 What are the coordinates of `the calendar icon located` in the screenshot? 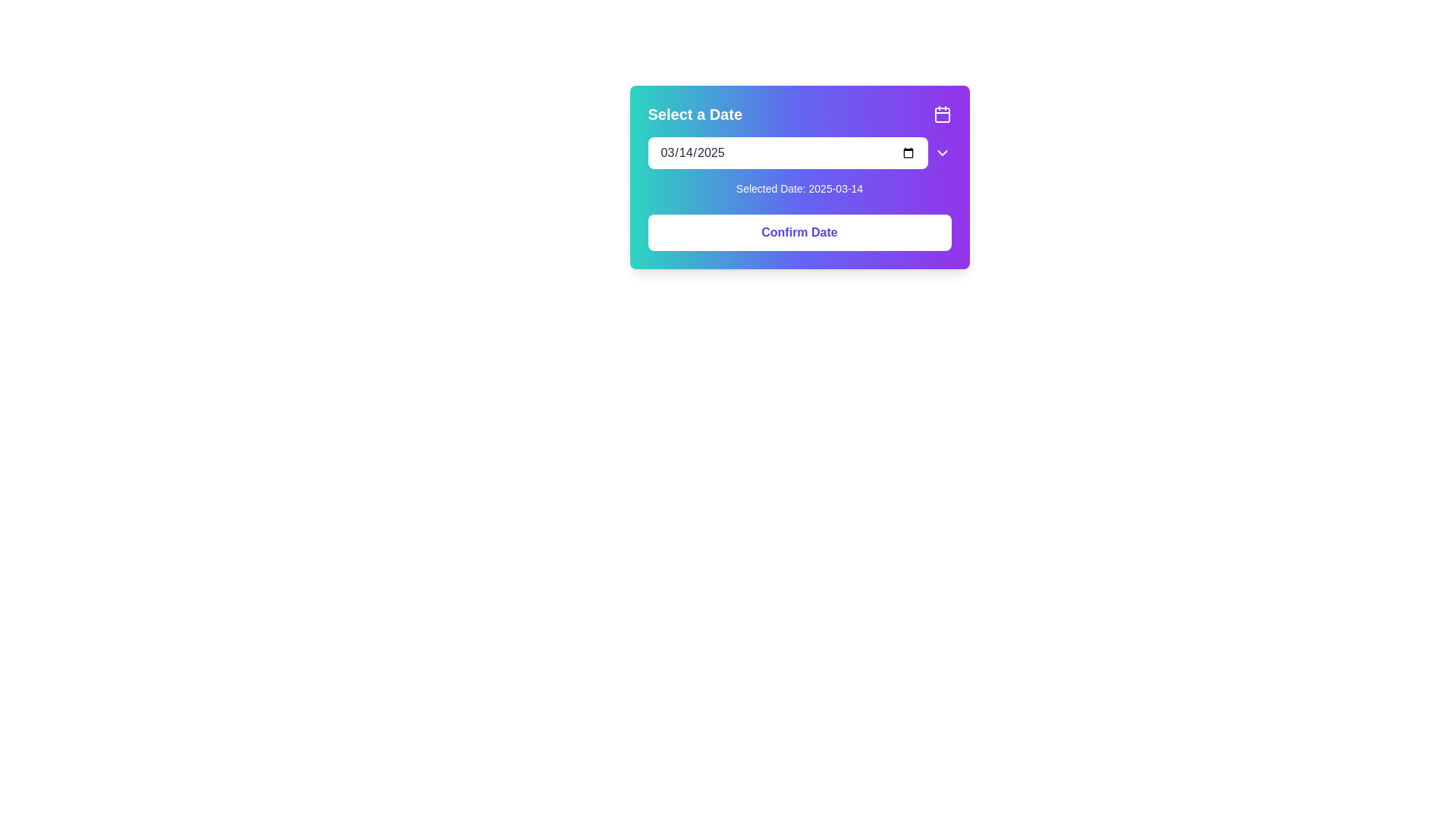 It's located at (941, 113).